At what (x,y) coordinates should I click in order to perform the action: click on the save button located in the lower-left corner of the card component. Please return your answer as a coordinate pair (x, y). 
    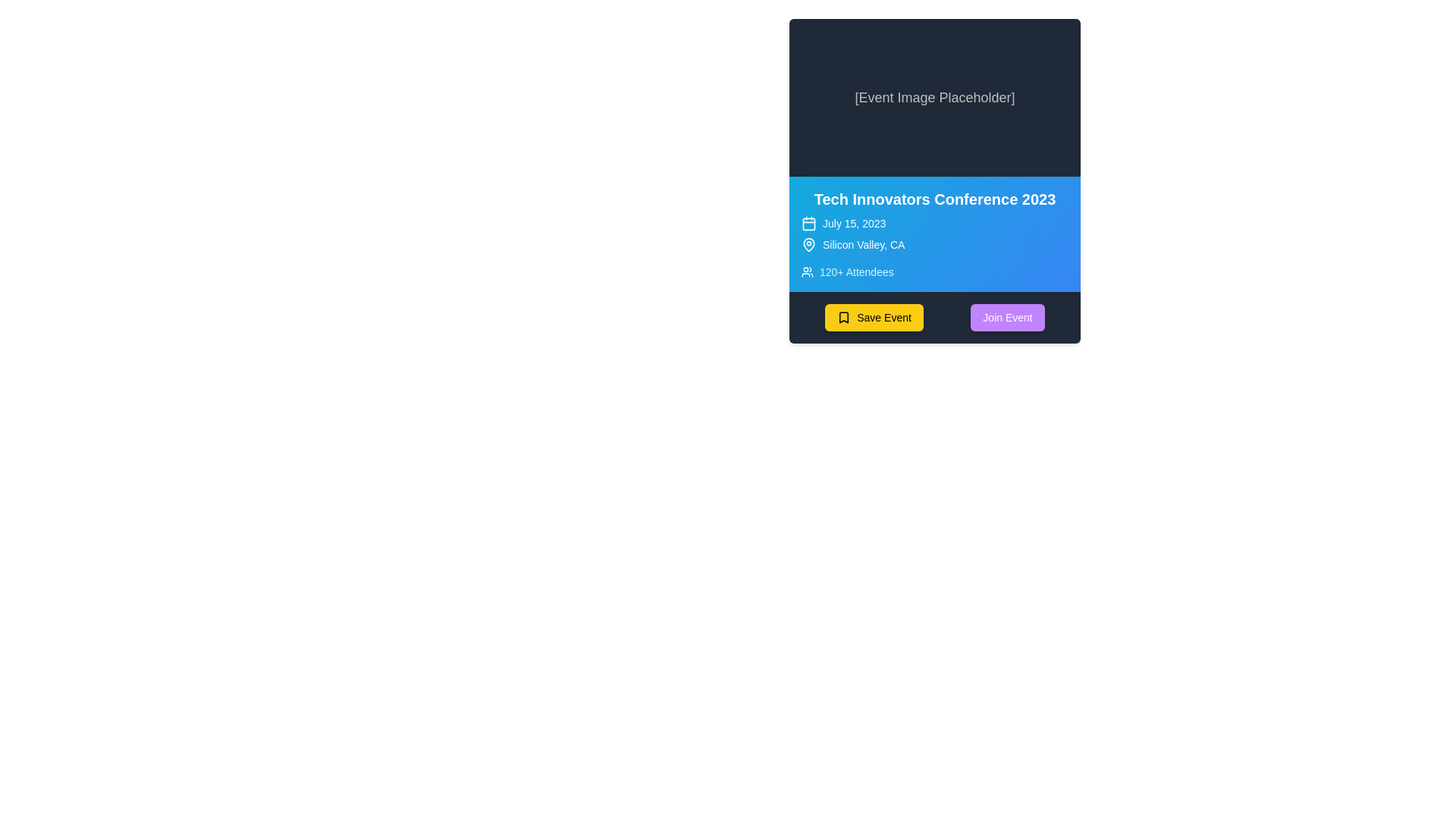
    Looking at the image, I should click on (874, 317).